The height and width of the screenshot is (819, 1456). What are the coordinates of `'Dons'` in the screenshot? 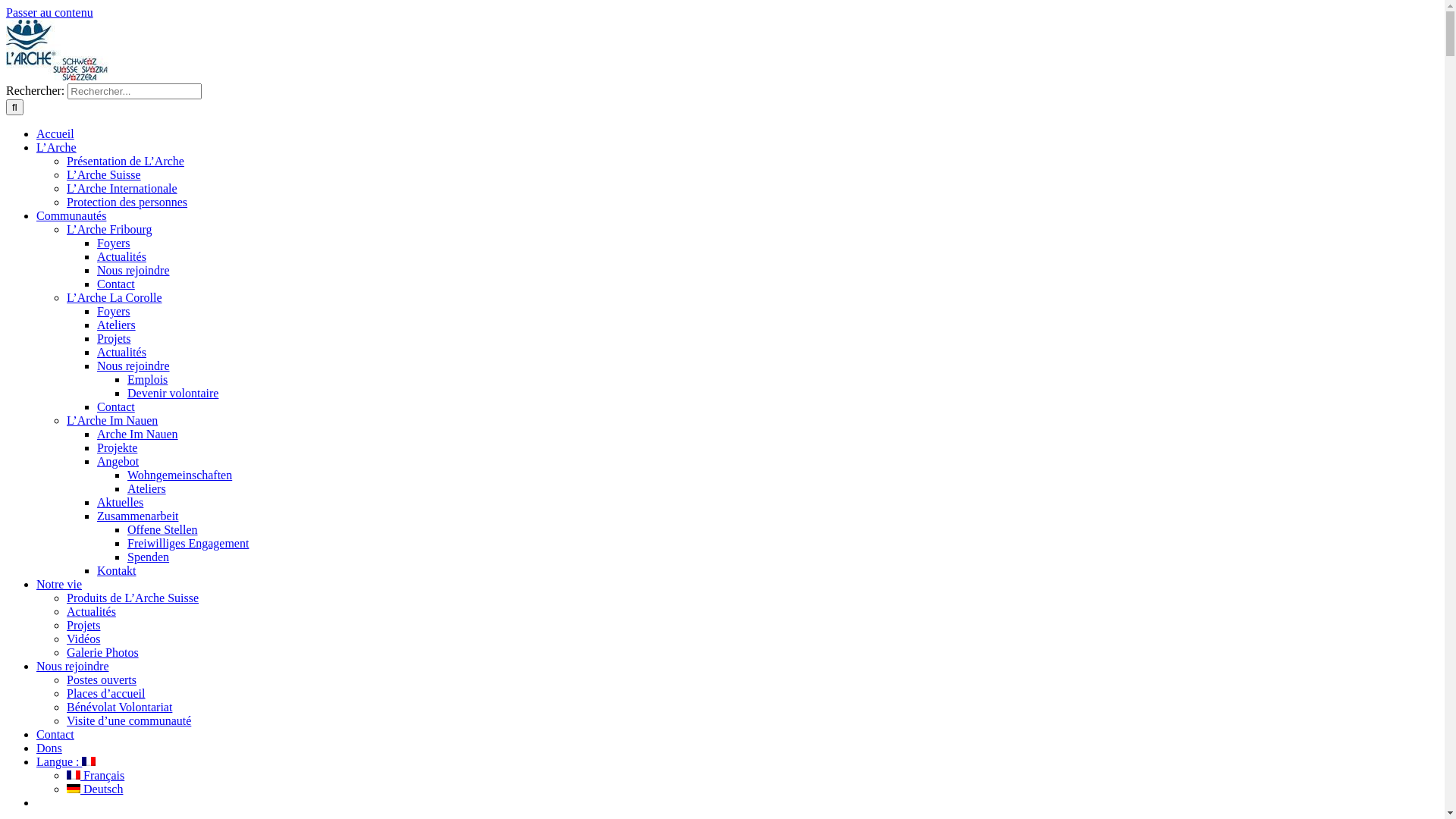 It's located at (49, 747).